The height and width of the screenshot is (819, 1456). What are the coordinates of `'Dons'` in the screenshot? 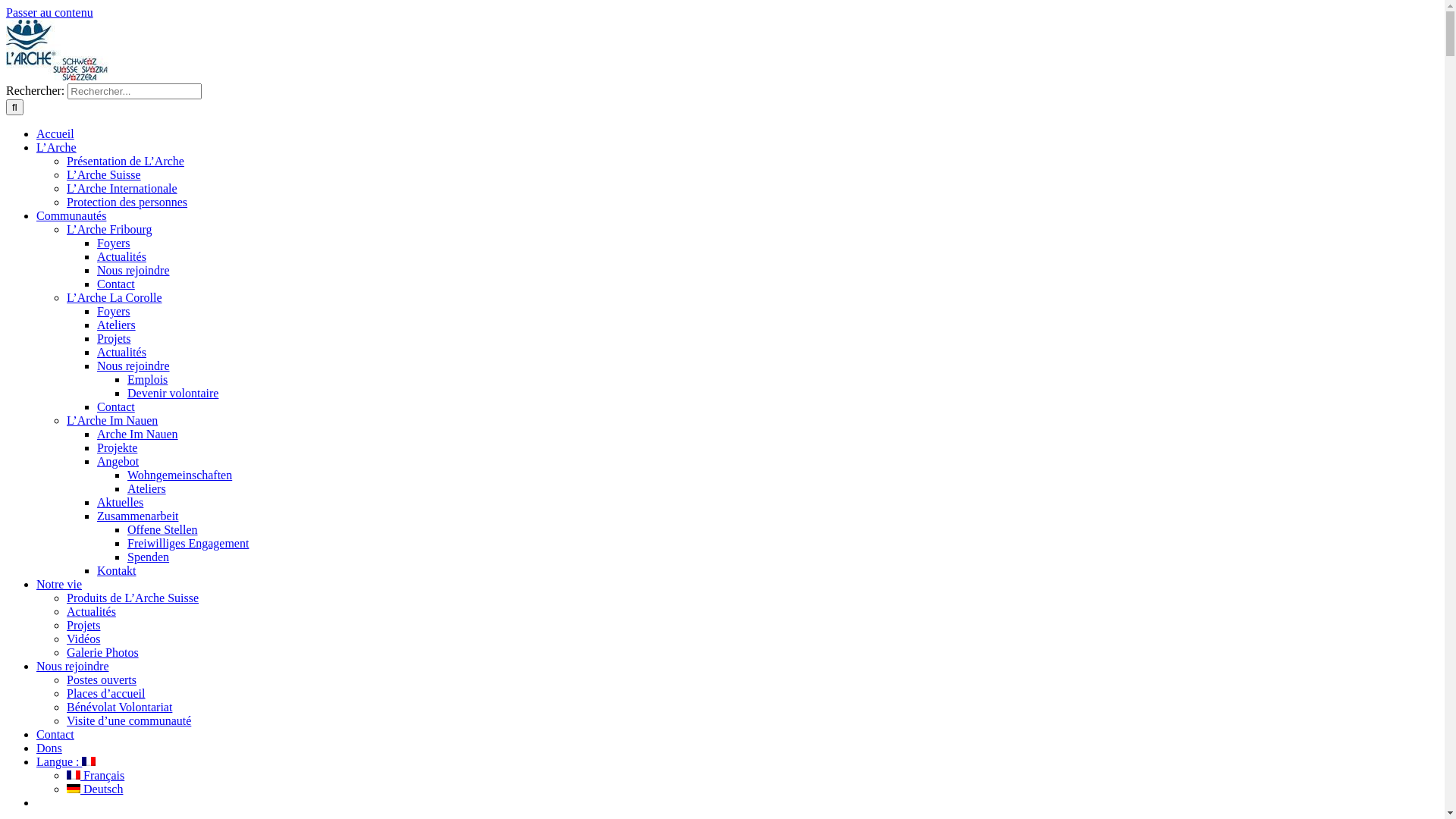 It's located at (49, 747).